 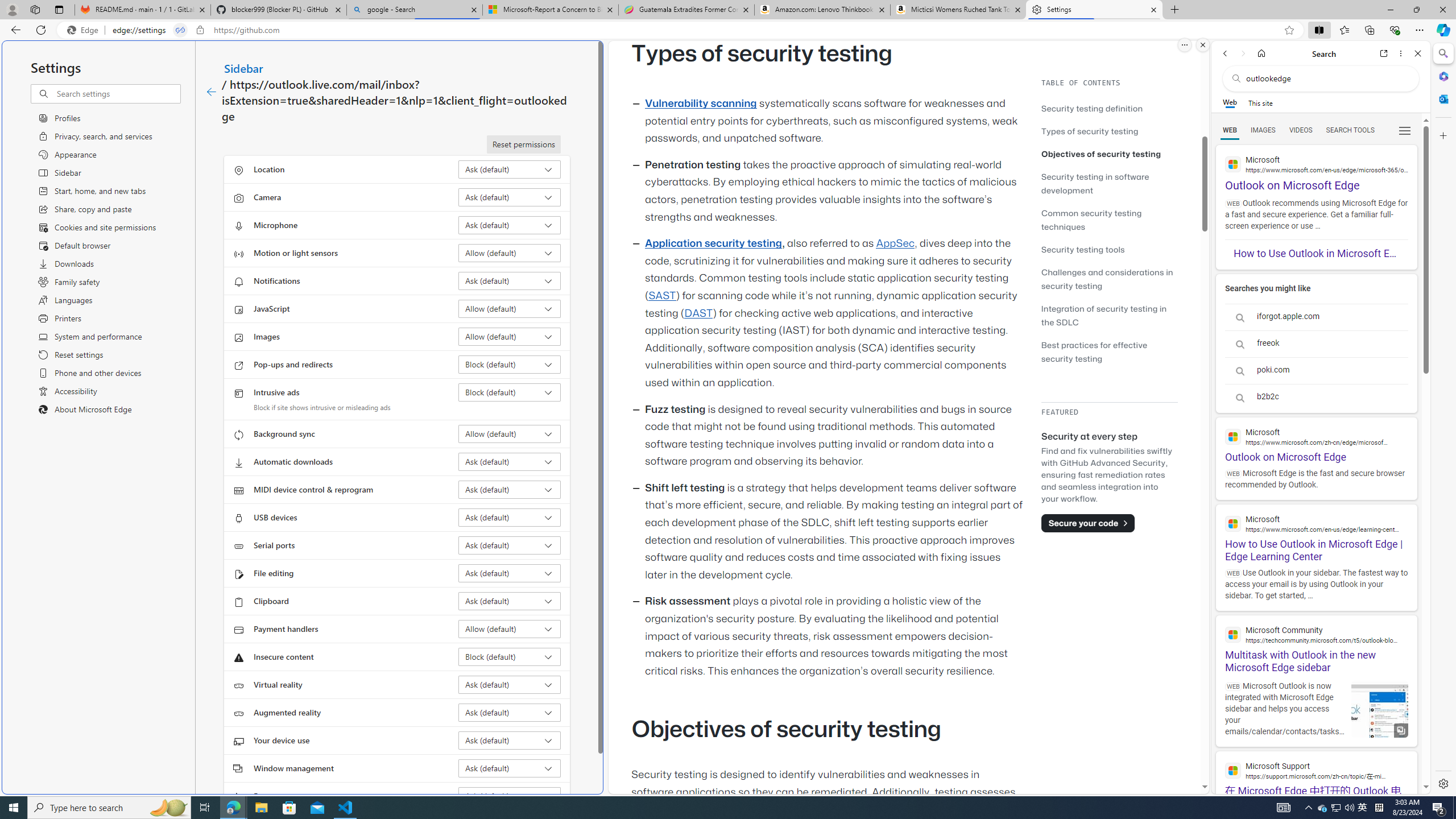 What do you see at coordinates (510, 573) in the screenshot?
I see `'File editing Ask (default)'` at bounding box center [510, 573].